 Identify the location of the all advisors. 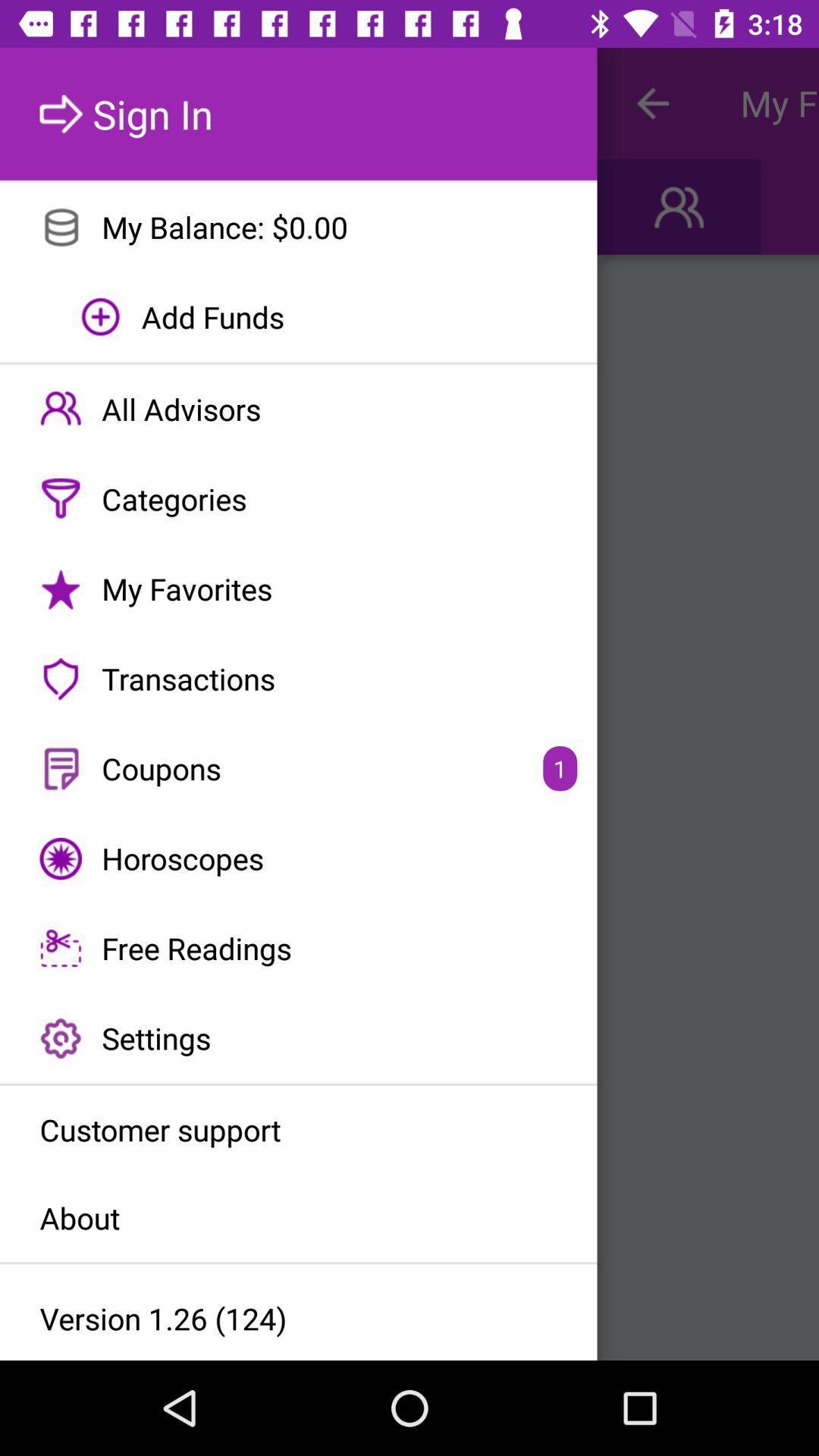
(298, 409).